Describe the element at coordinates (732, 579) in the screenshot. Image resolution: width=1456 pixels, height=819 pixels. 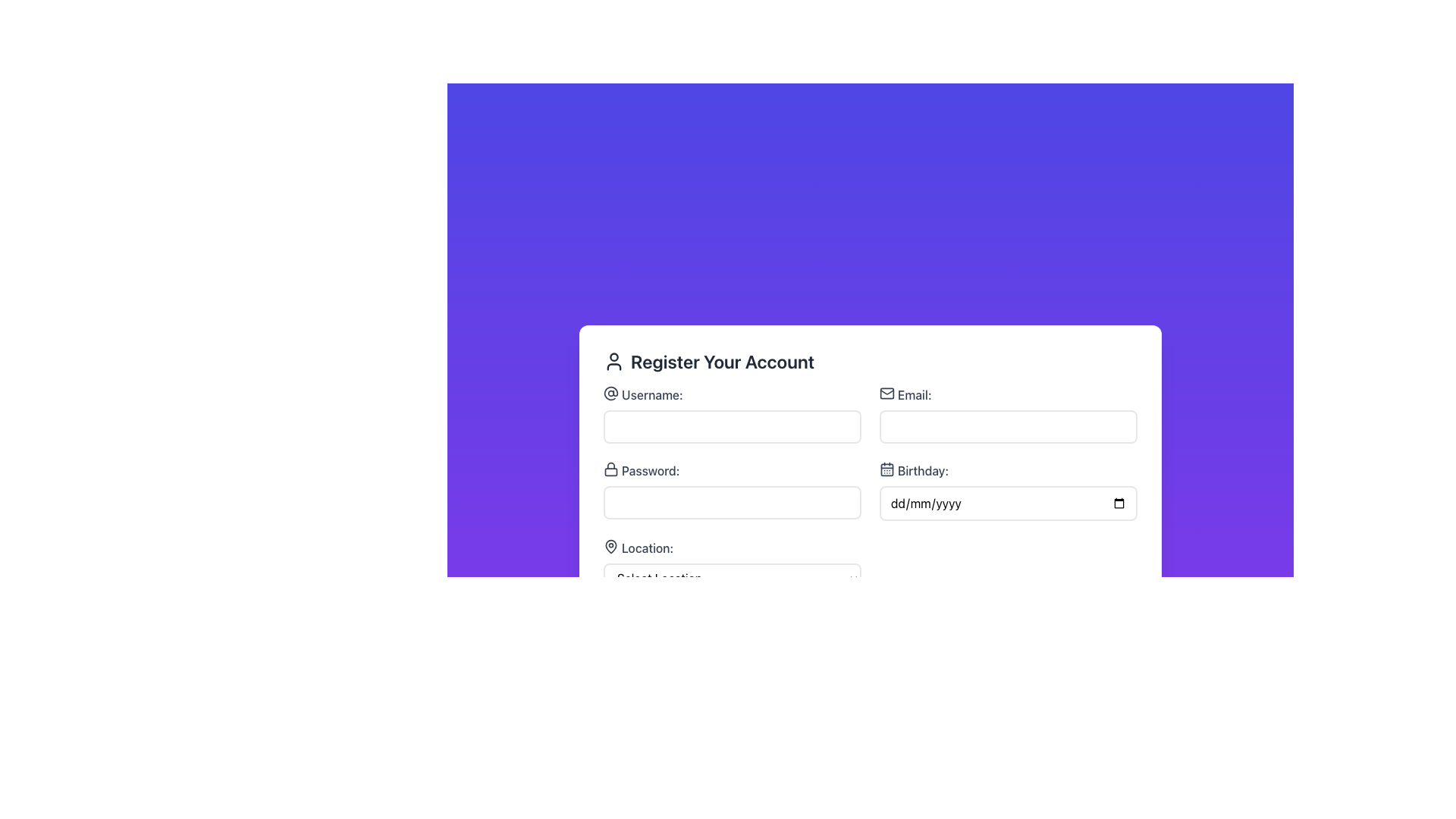
I see `the Dropdown menu in the 'Location:' form field of the user registration form` at that location.